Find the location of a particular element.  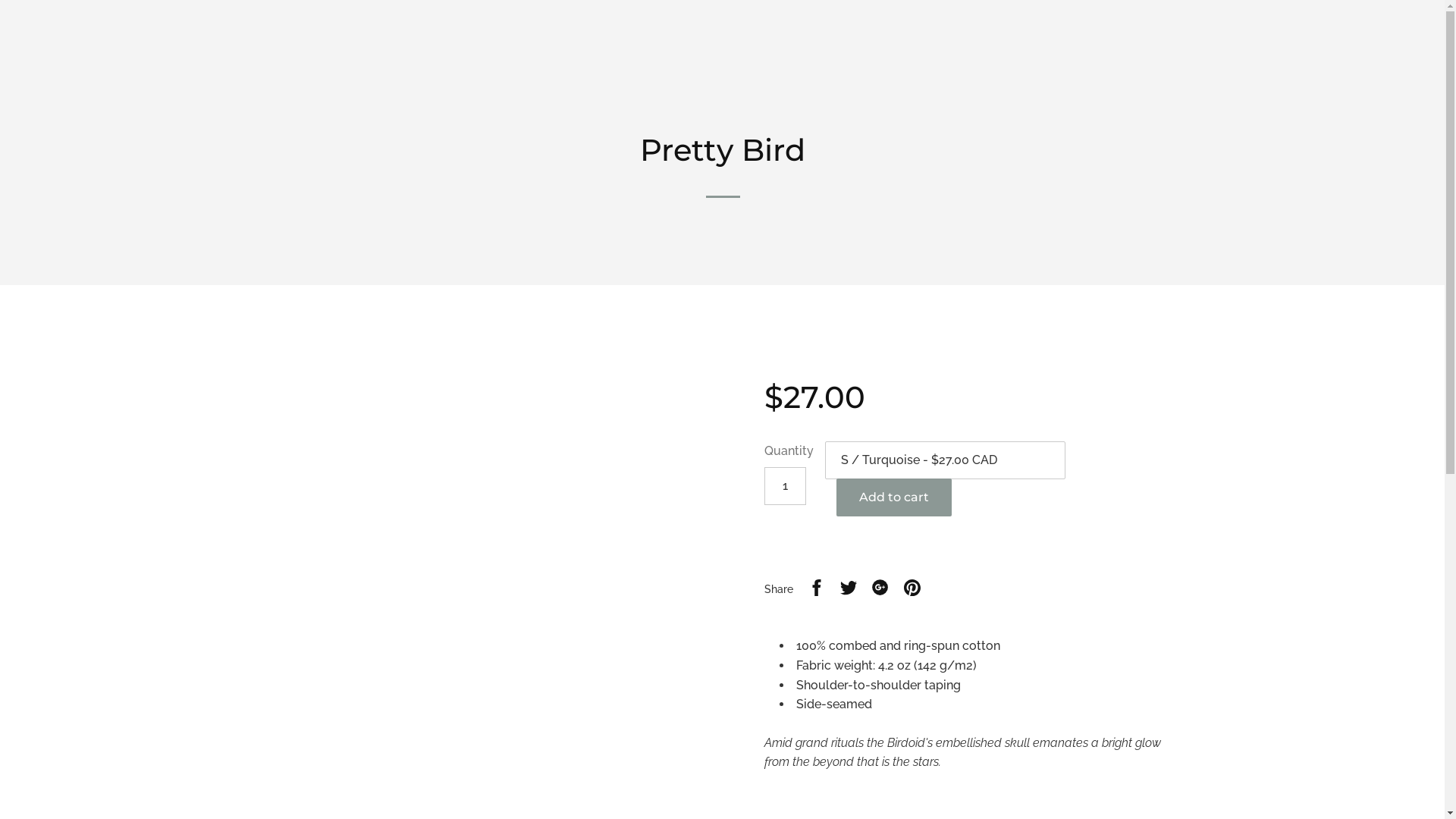

'Share on Google' is located at coordinates (880, 589).